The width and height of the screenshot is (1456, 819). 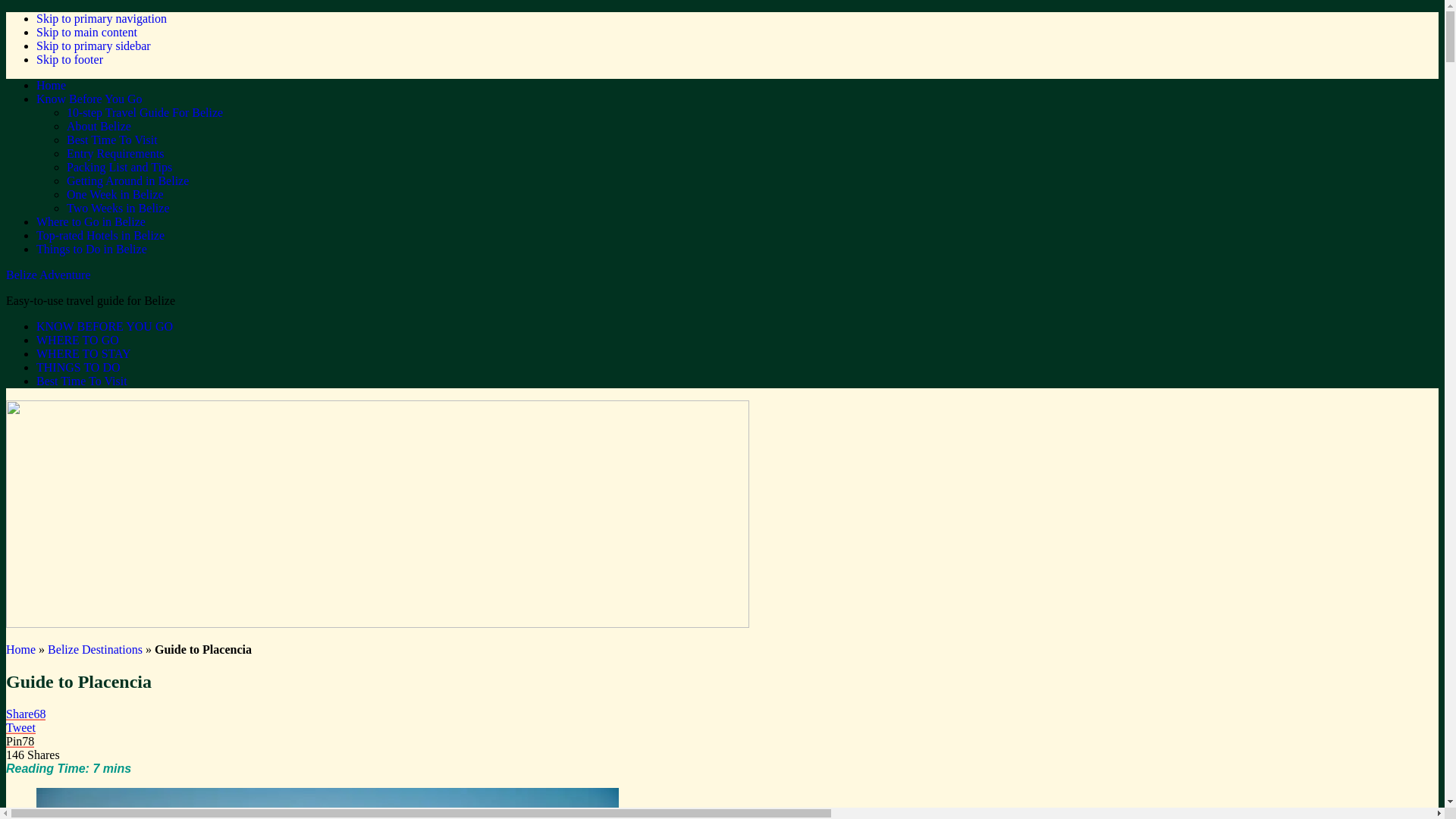 I want to click on 'Skip to main content', so click(x=86, y=32).